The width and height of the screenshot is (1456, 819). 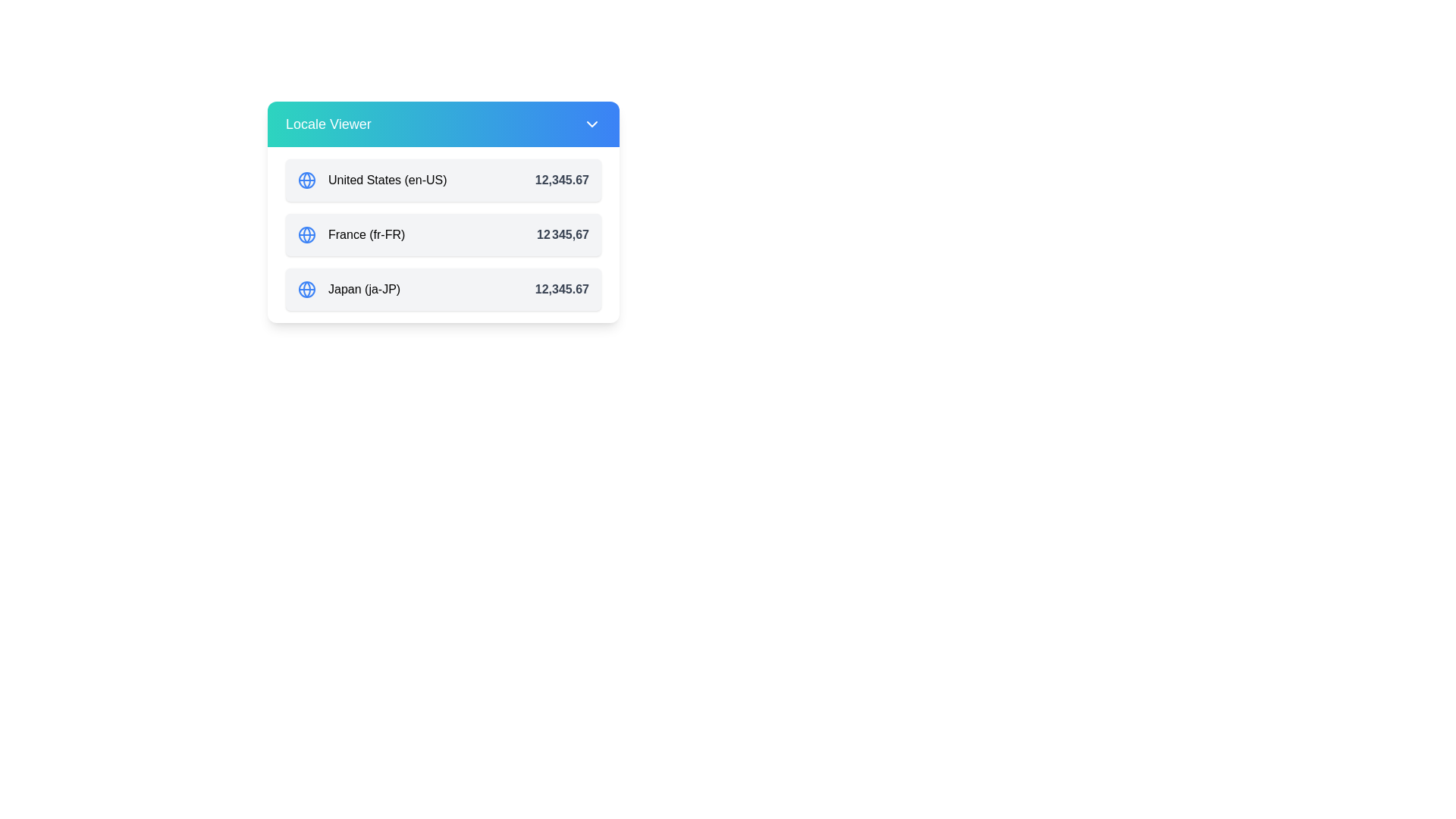 What do you see at coordinates (350, 234) in the screenshot?
I see `the label displaying 'France (fr-FR)', which is located in the middle row of a vertically stacked list, to the right of a blue globe icon and above the numerical value '12 345,67'` at bounding box center [350, 234].